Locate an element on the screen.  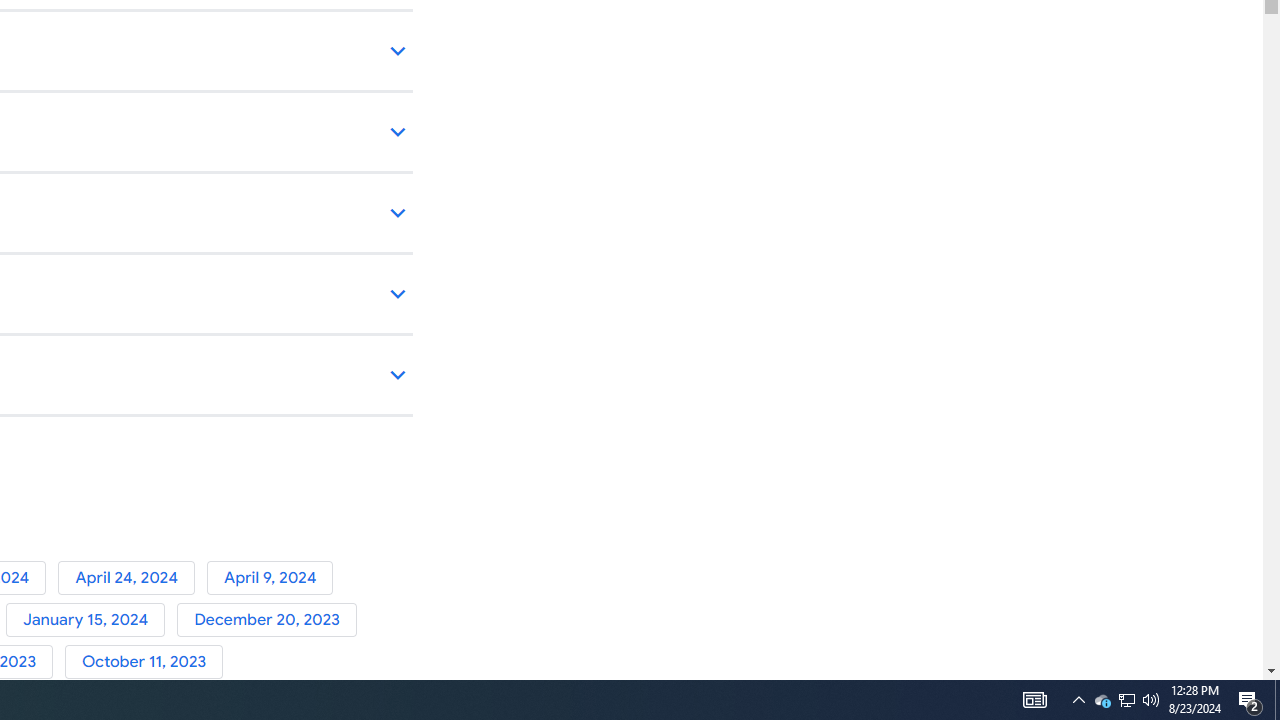
'April 9, 2024' is located at coordinates (272, 577).